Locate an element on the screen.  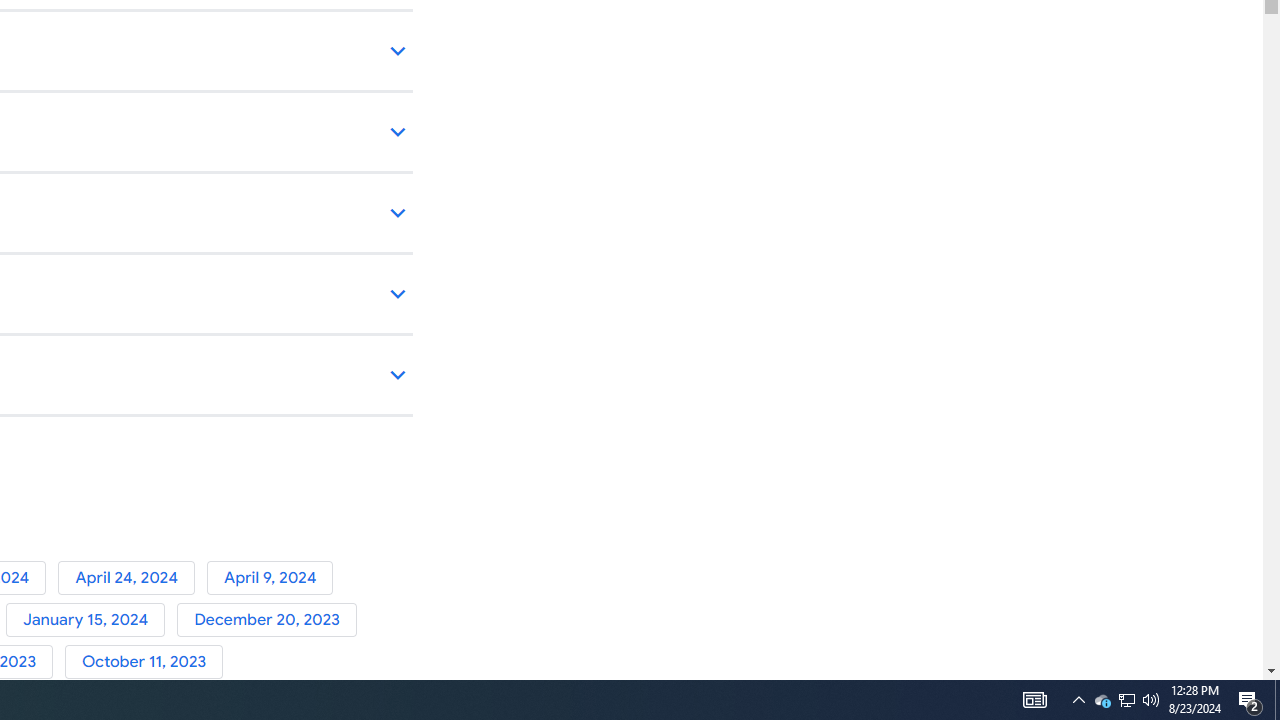
'April 9, 2024' is located at coordinates (272, 577).